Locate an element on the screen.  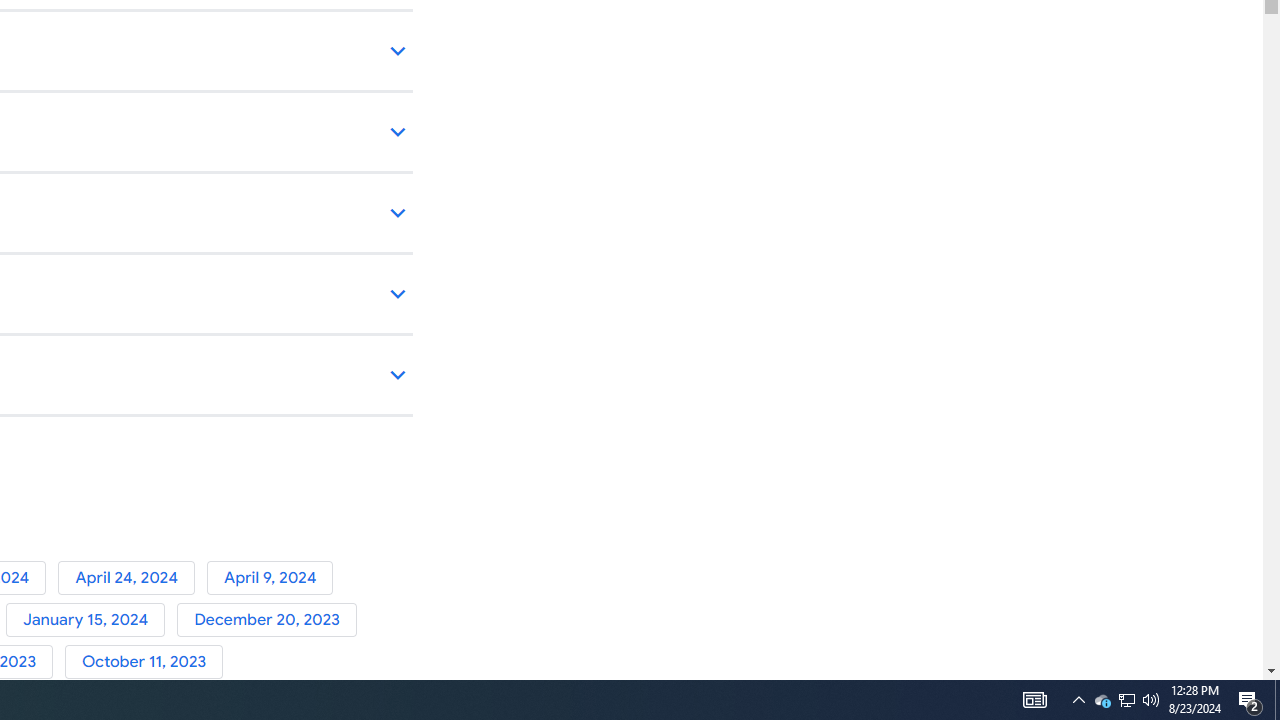
'April 9, 2024' is located at coordinates (272, 577).